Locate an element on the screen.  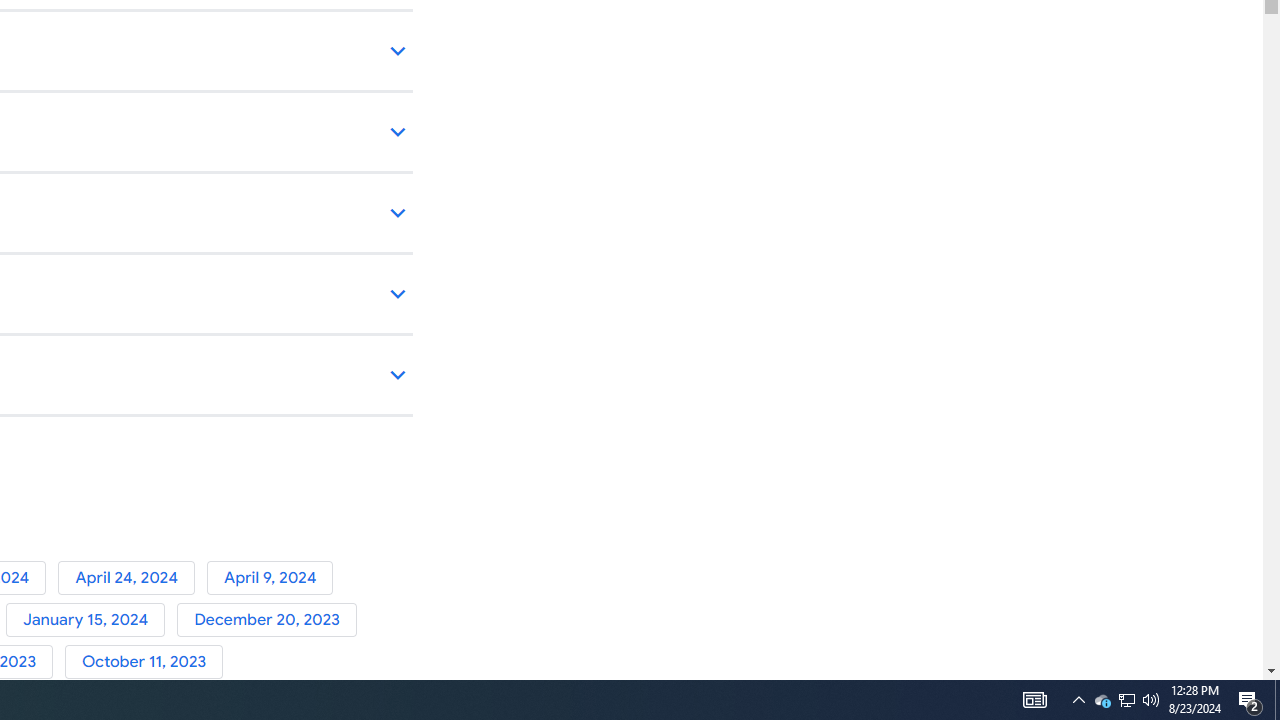
'April 9, 2024' is located at coordinates (272, 577).